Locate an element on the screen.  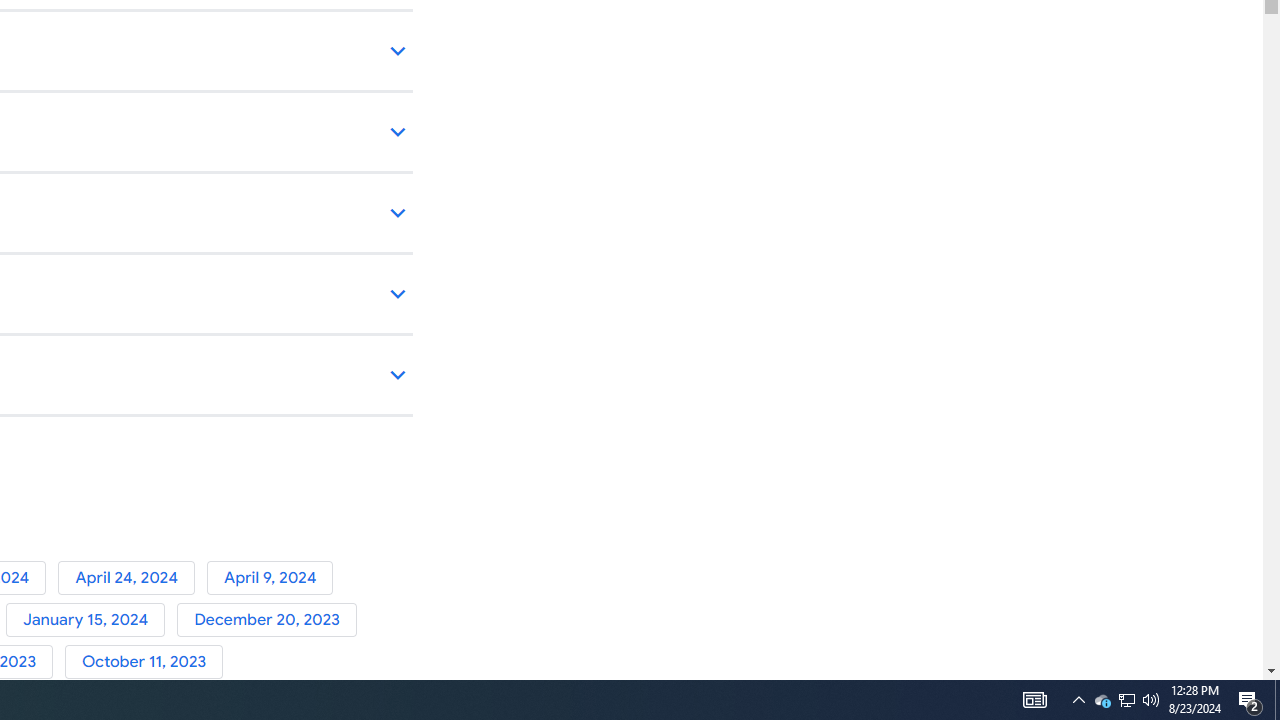
'April 9, 2024' is located at coordinates (272, 577).